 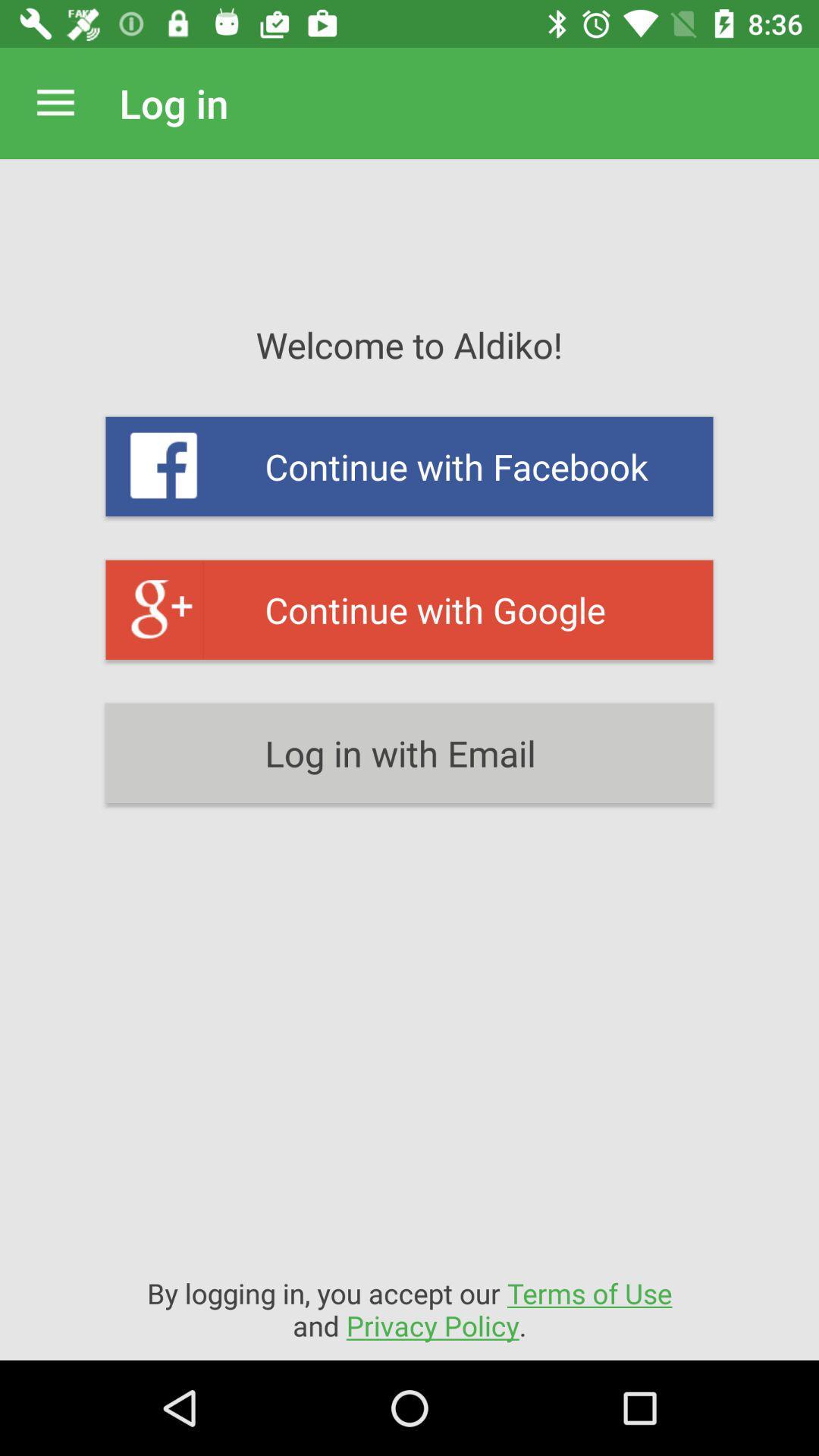 I want to click on icon to the left of log in item, so click(x=55, y=102).